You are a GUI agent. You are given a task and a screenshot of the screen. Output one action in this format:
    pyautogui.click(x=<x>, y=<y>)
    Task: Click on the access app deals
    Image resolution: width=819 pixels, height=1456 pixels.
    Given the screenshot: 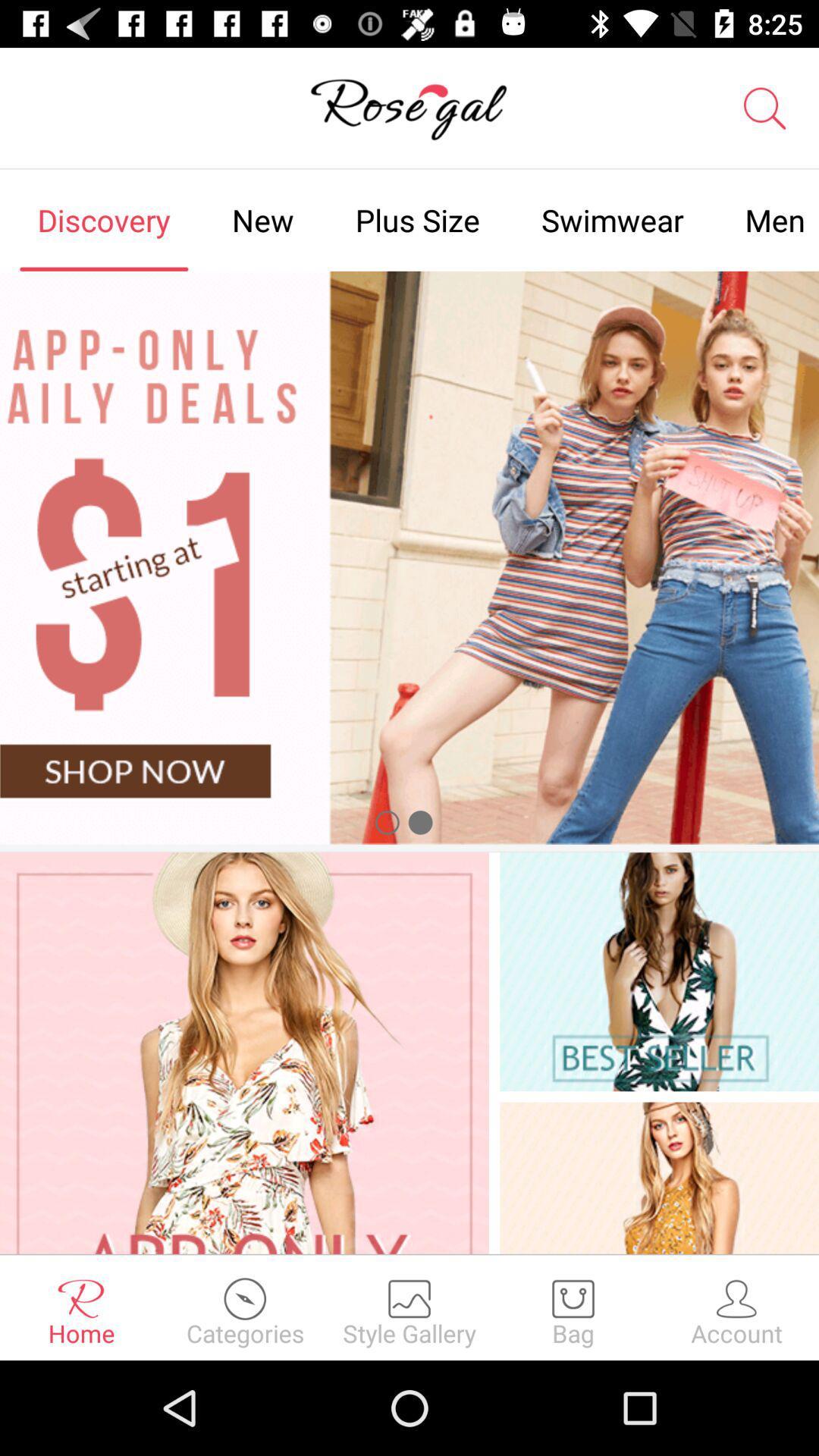 What is the action you would take?
    pyautogui.click(x=409, y=557)
    